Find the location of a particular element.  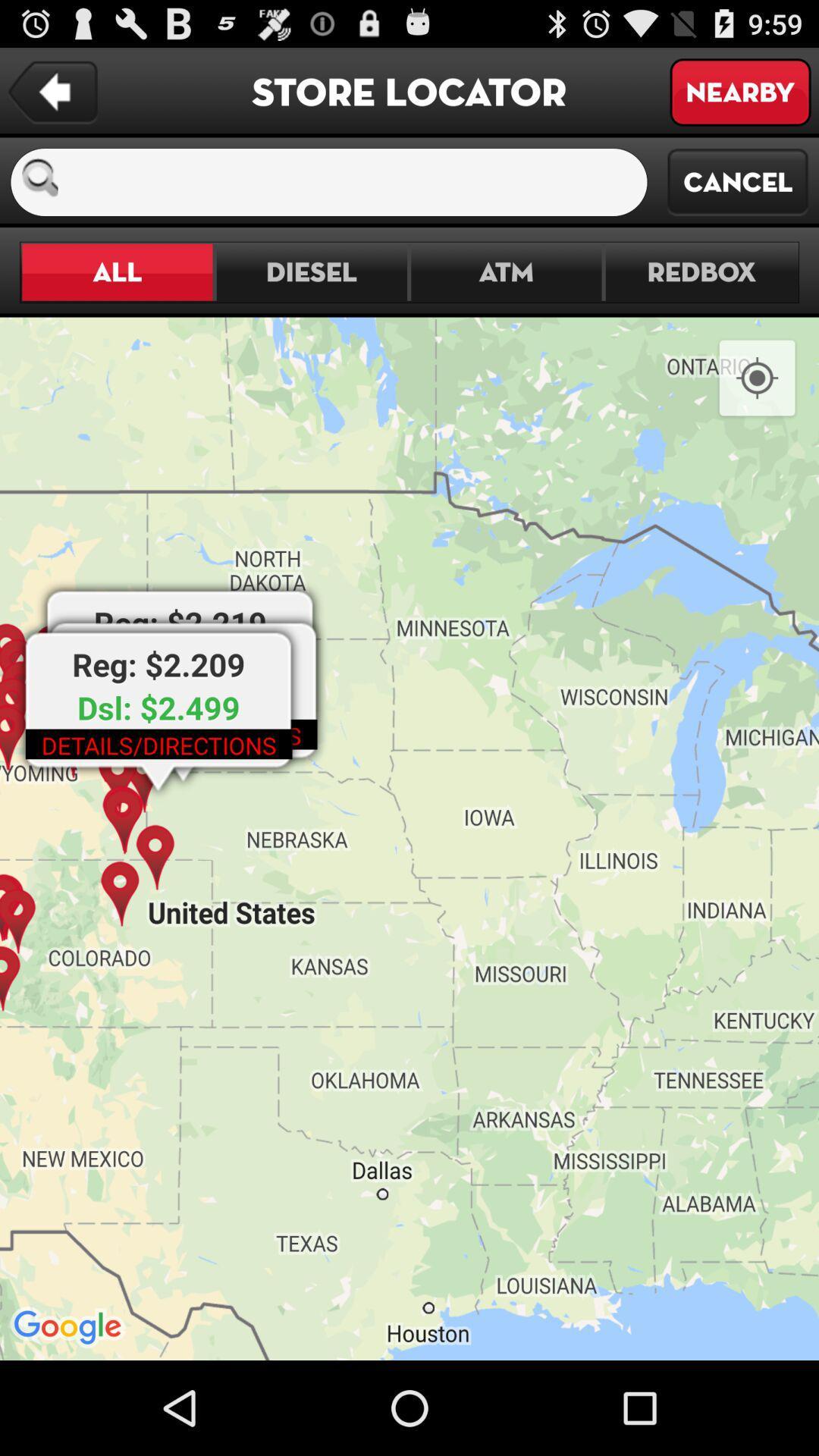

the diesel icon is located at coordinates (311, 272).